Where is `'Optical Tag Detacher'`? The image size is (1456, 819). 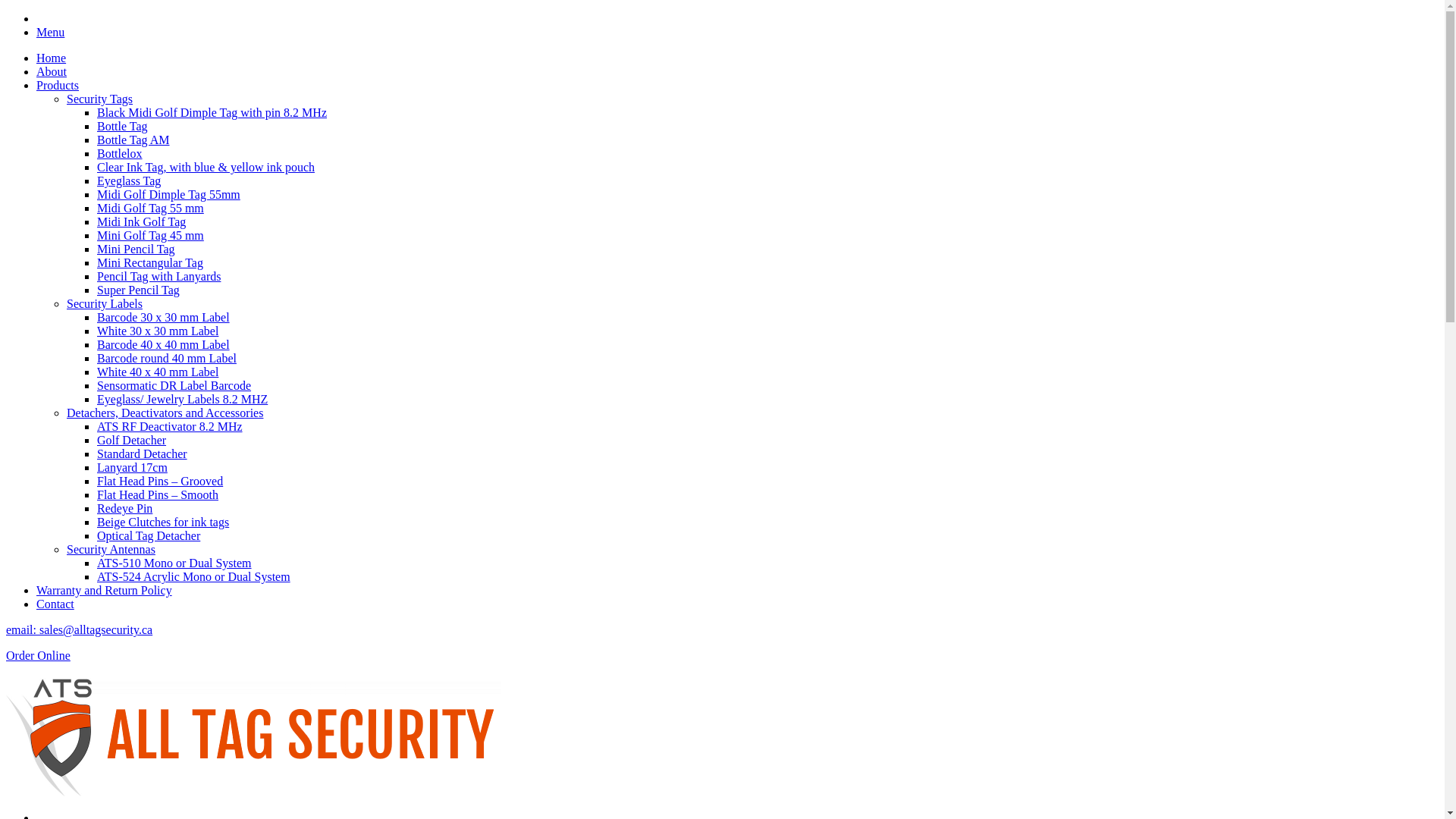 'Optical Tag Detacher' is located at coordinates (149, 535).